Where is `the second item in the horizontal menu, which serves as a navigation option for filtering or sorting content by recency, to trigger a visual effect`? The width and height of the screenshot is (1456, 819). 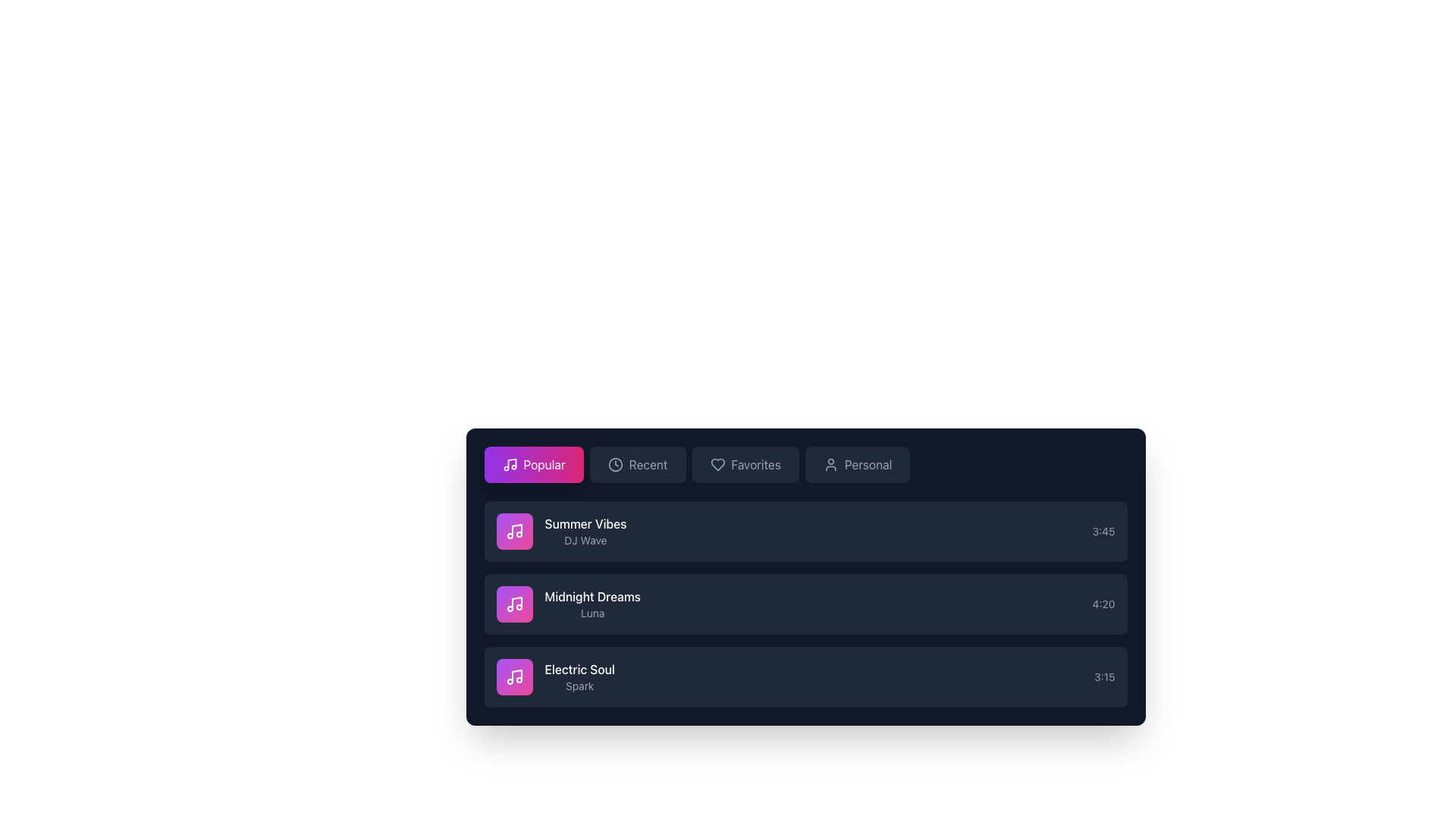
the second item in the horizontal menu, which serves as a navigation option for filtering or sorting content by recency, to trigger a visual effect is located at coordinates (648, 464).